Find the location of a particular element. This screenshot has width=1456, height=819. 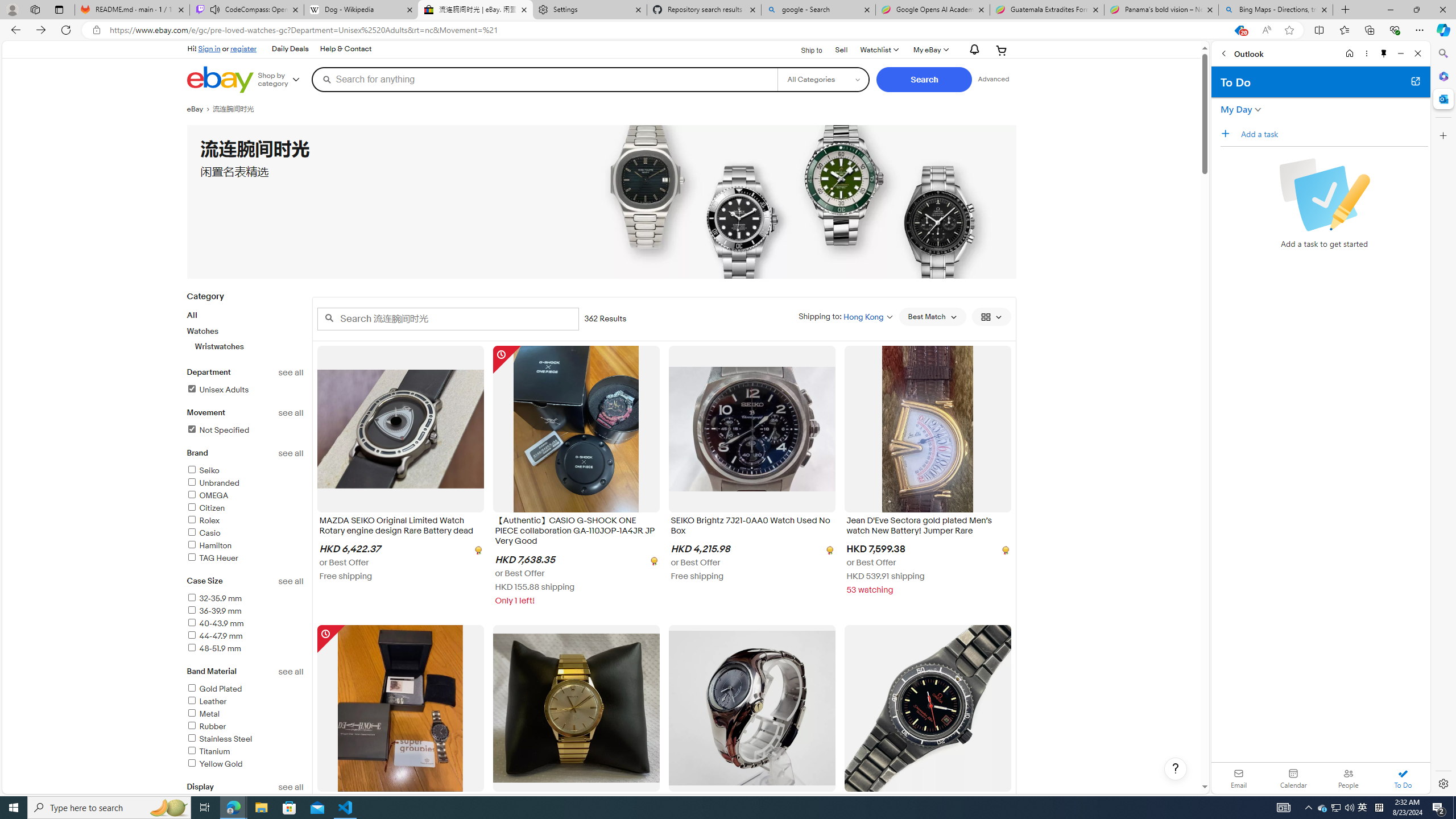

'WatchlistExpand Watch List' is located at coordinates (878, 49).